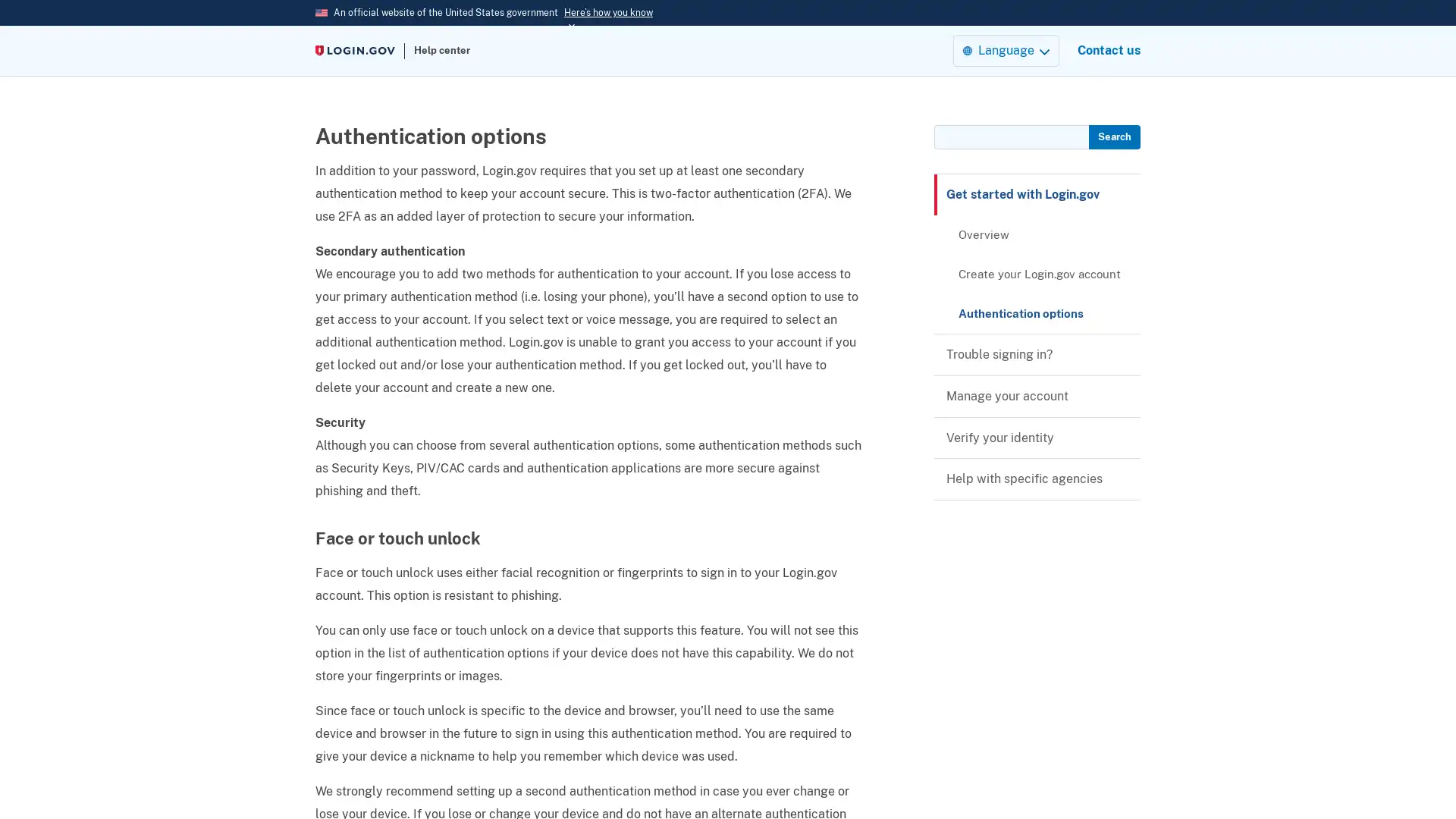 Image resolution: width=1456 pixels, height=819 pixels. Describe the element at coordinates (1006, 49) in the screenshot. I see `Language` at that location.